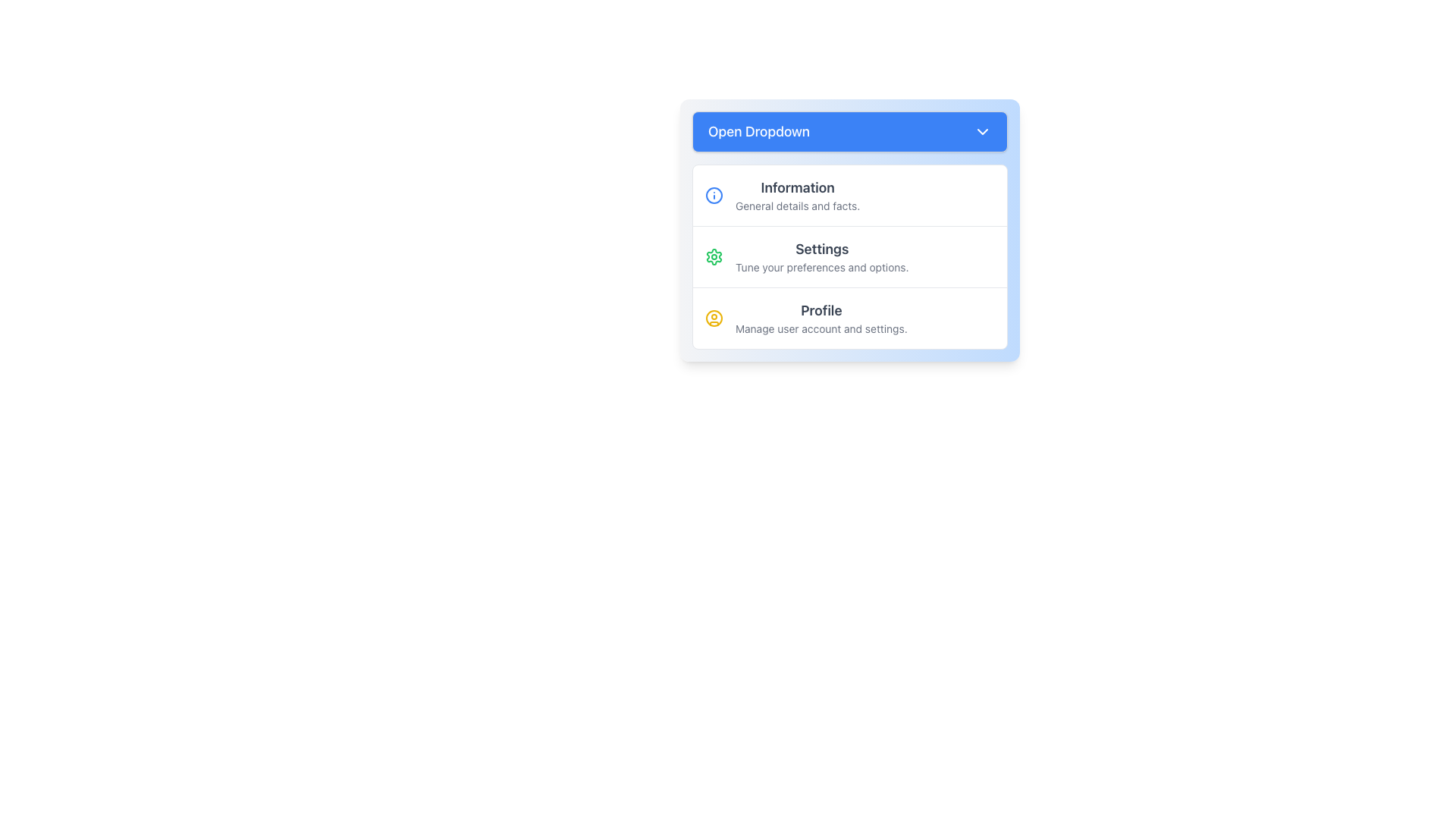 The height and width of the screenshot is (819, 1456). I want to click on the 'Profile' option represented by the icon located within the dropdown menu, positioned to the far left of the 'Profile' menu option, so click(713, 318).